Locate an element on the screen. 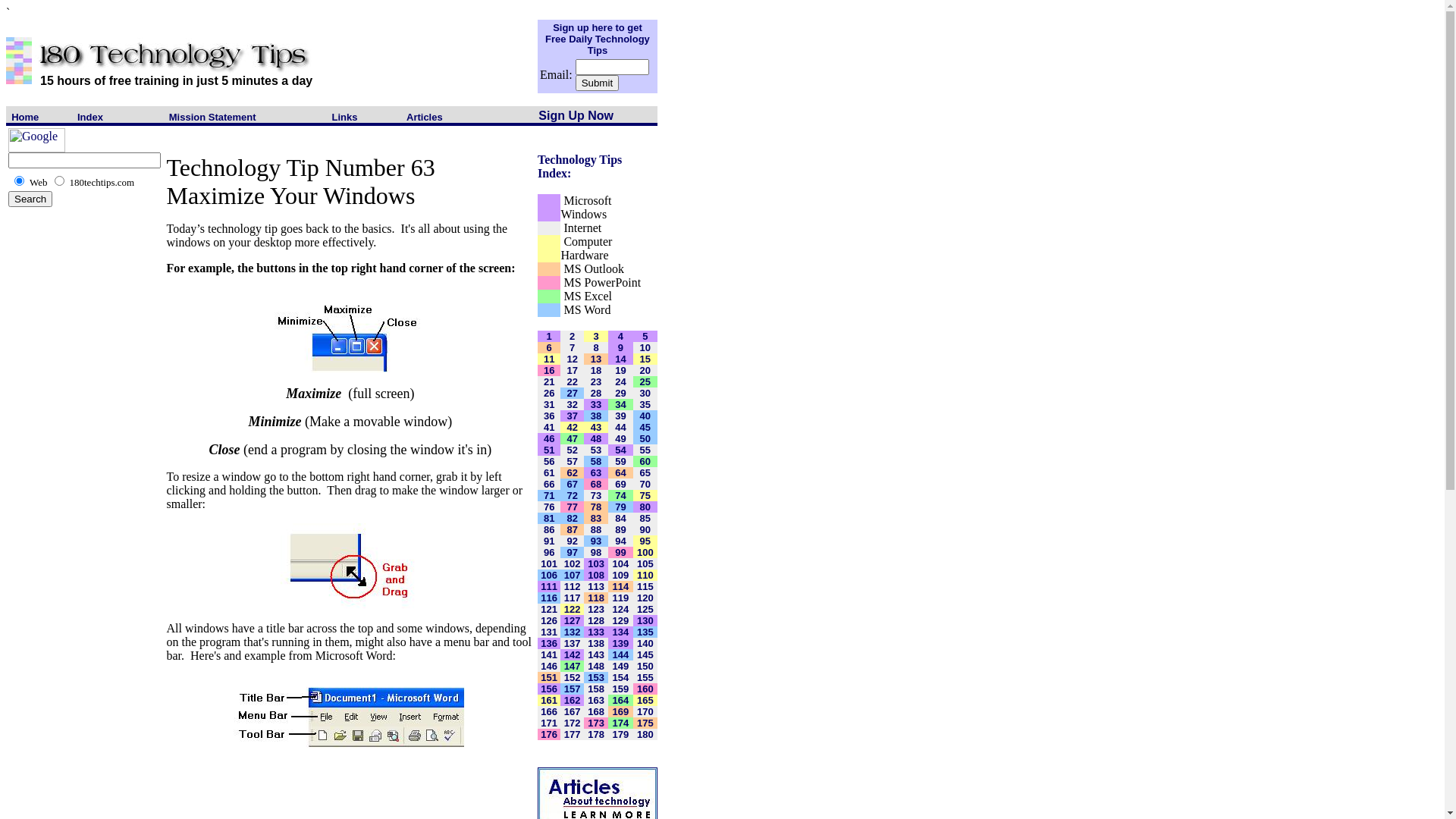  '33' is located at coordinates (595, 403).